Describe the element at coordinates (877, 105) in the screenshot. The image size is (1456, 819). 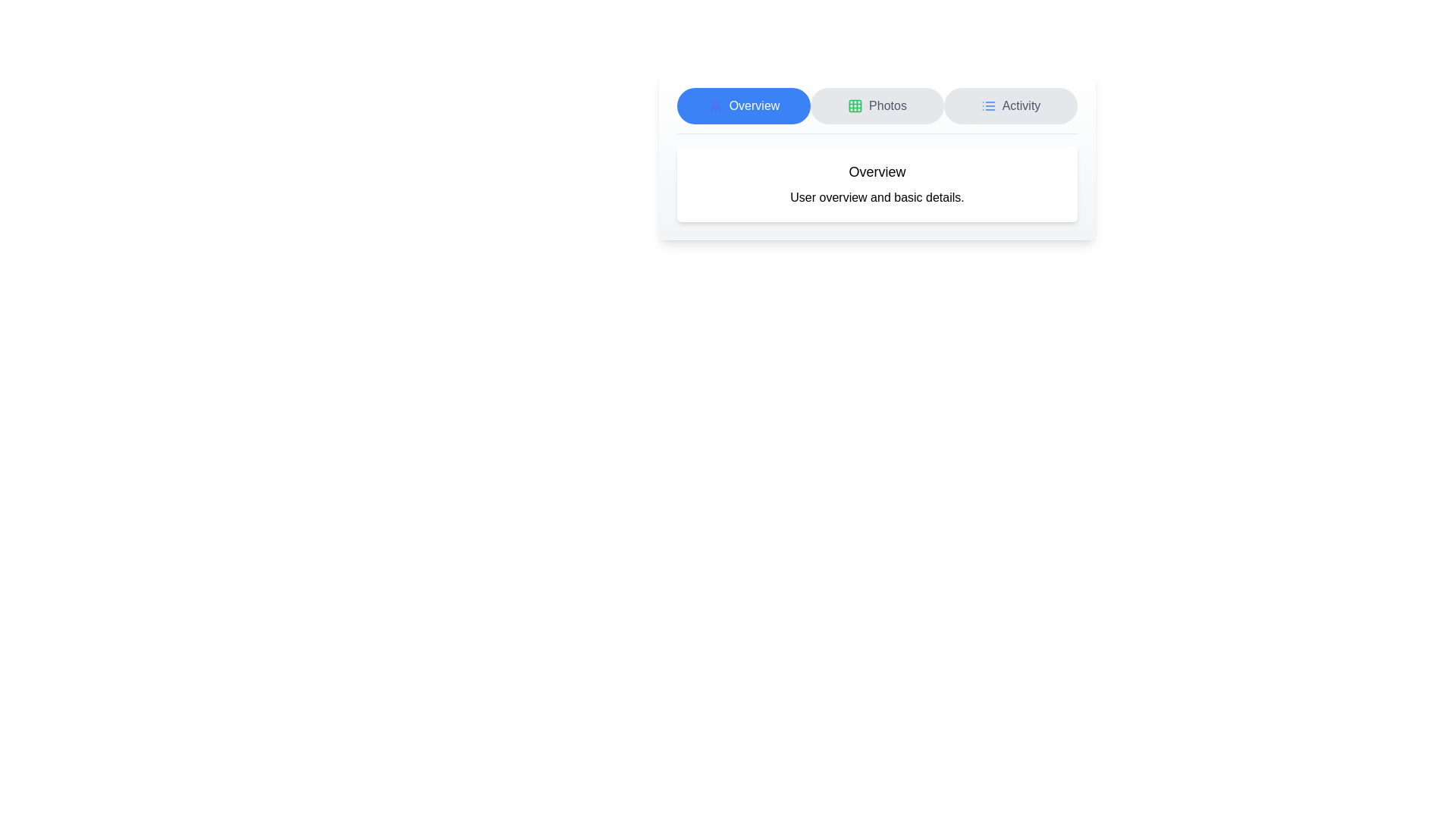
I see `the Photos tab by clicking on its corresponding button` at that location.